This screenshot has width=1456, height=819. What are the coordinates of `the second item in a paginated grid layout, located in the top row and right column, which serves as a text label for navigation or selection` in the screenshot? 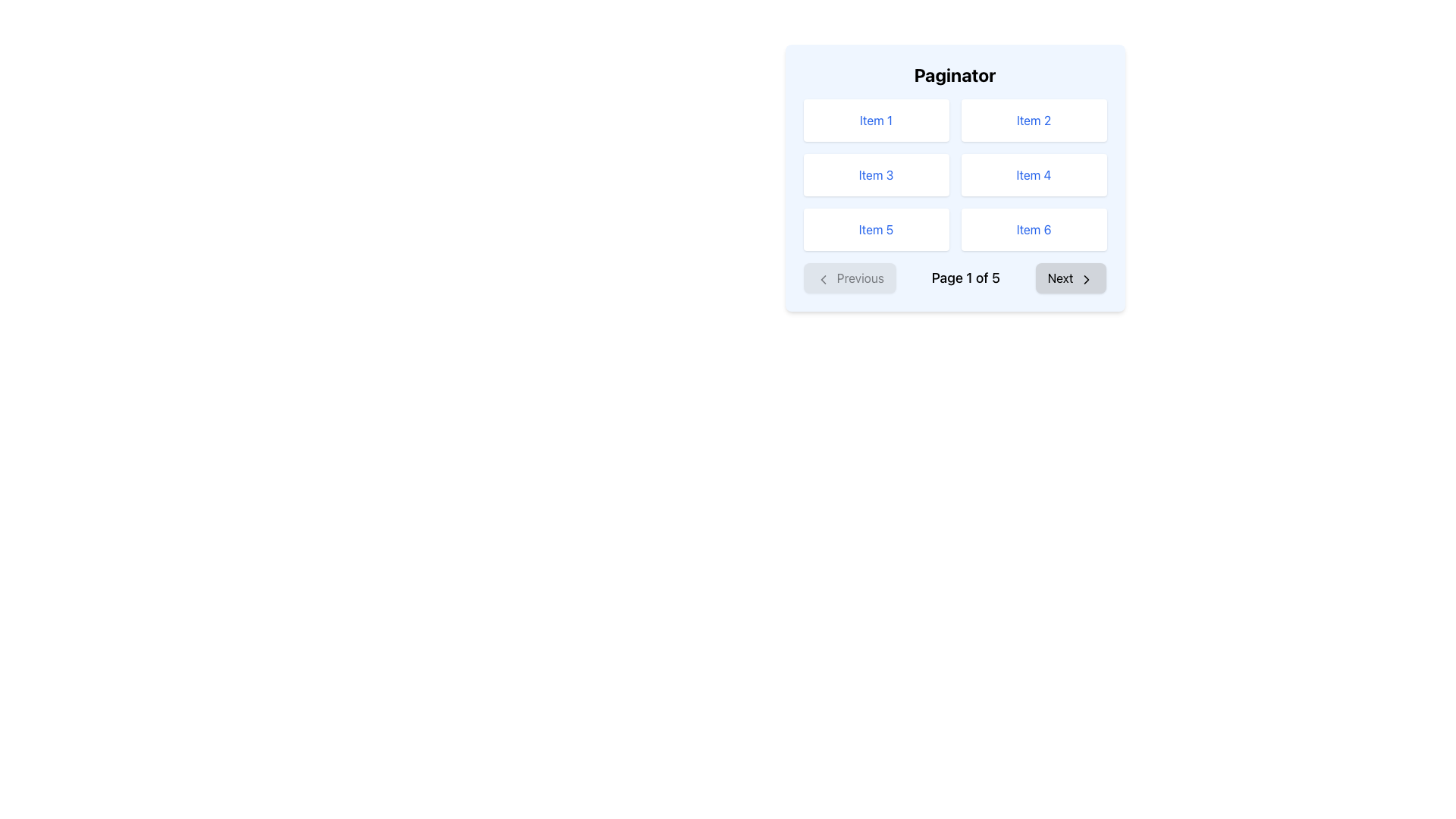 It's located at (1033, 119).